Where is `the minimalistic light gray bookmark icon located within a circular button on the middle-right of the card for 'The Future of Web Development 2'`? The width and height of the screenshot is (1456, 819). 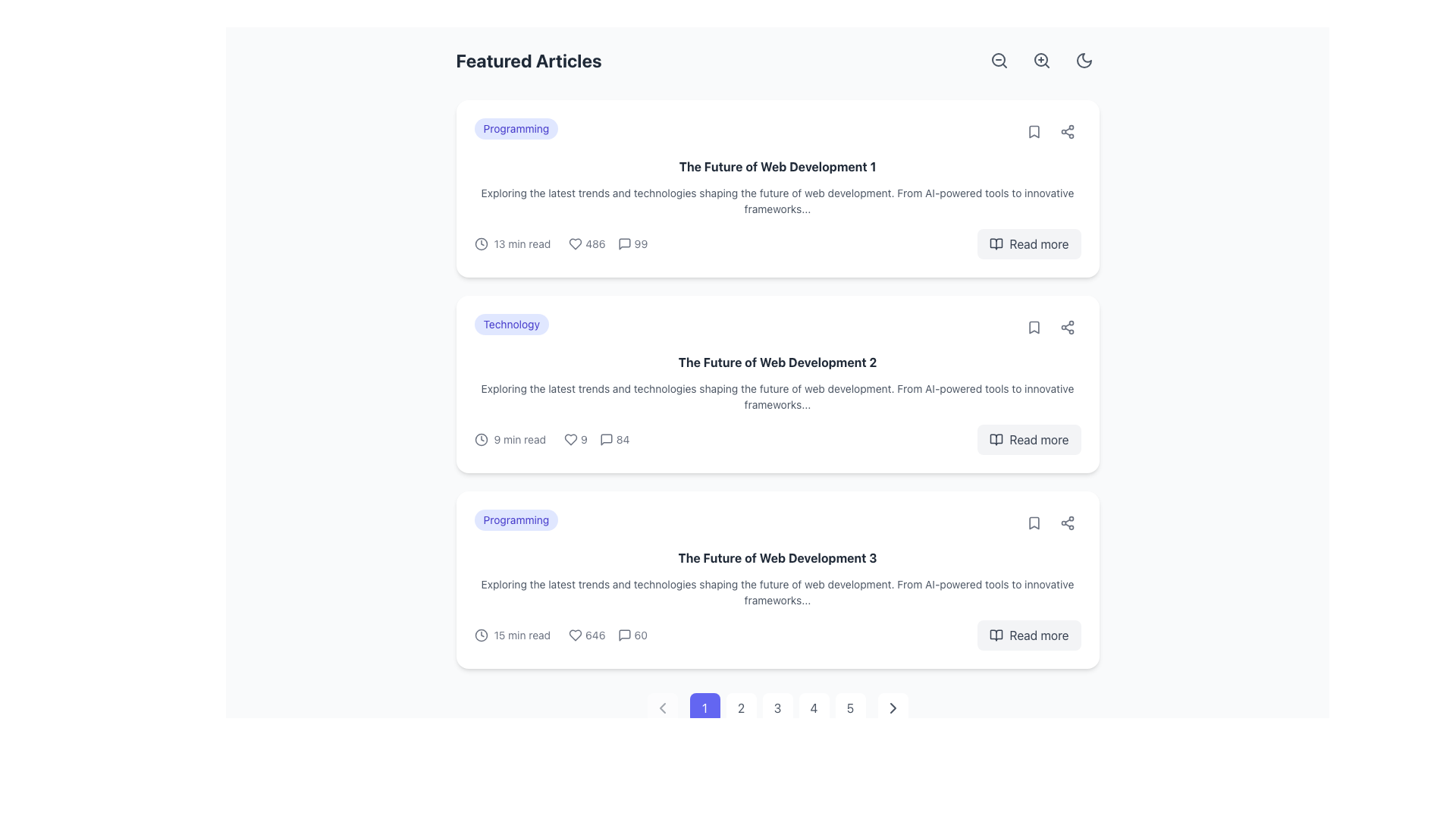
the minimalistic light gray bookmark icon located within a circular button on the middle-right of the card for 'The Future of Web Development 2' is located at coordinates (1033, 327).